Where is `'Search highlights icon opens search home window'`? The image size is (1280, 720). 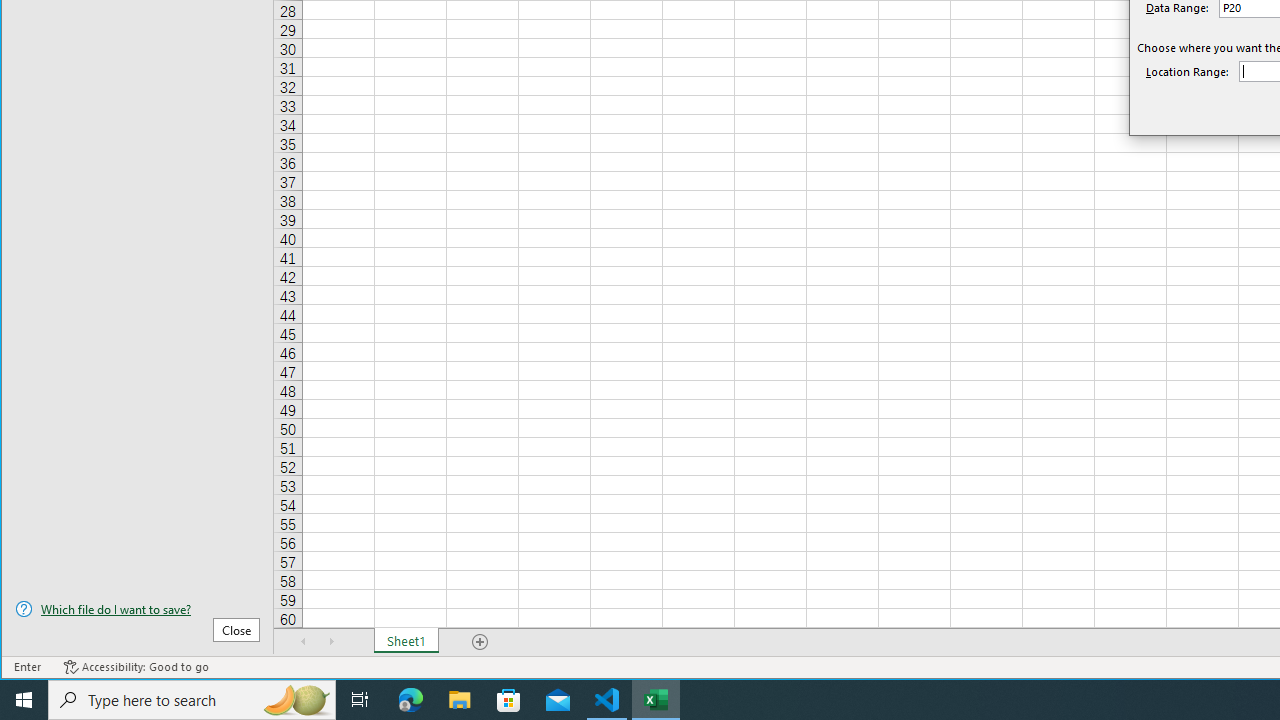 'Search highlights icon opens search home window' is located at coordinates (294, 698).